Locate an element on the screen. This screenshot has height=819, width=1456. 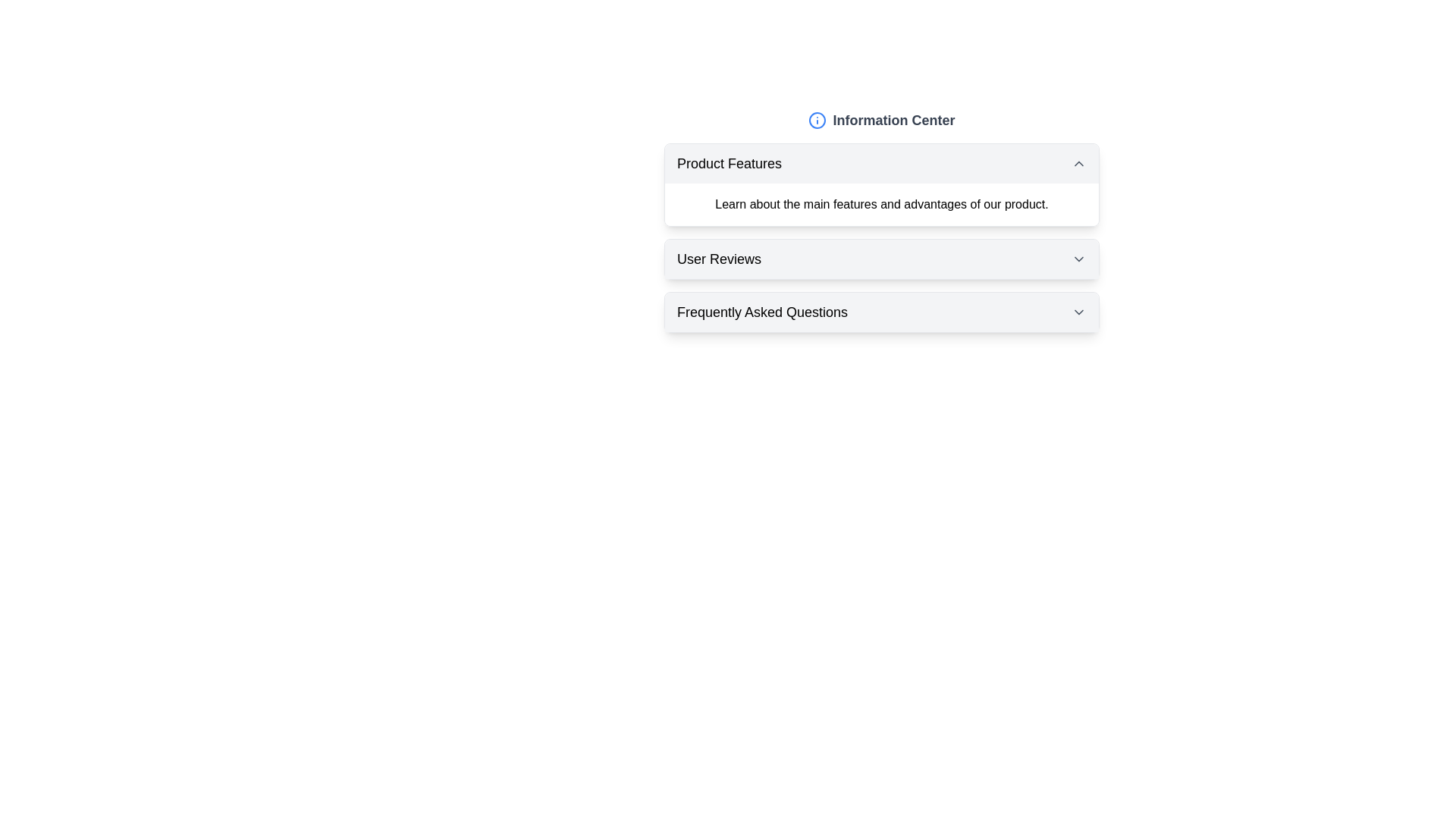
text snippet styled in gray that presents the phrase 'Learn about the main features and advantages of our product.' located within the expanded 'Product Features' section of the 'Information Center' interface is located at coordinates (881, 205).